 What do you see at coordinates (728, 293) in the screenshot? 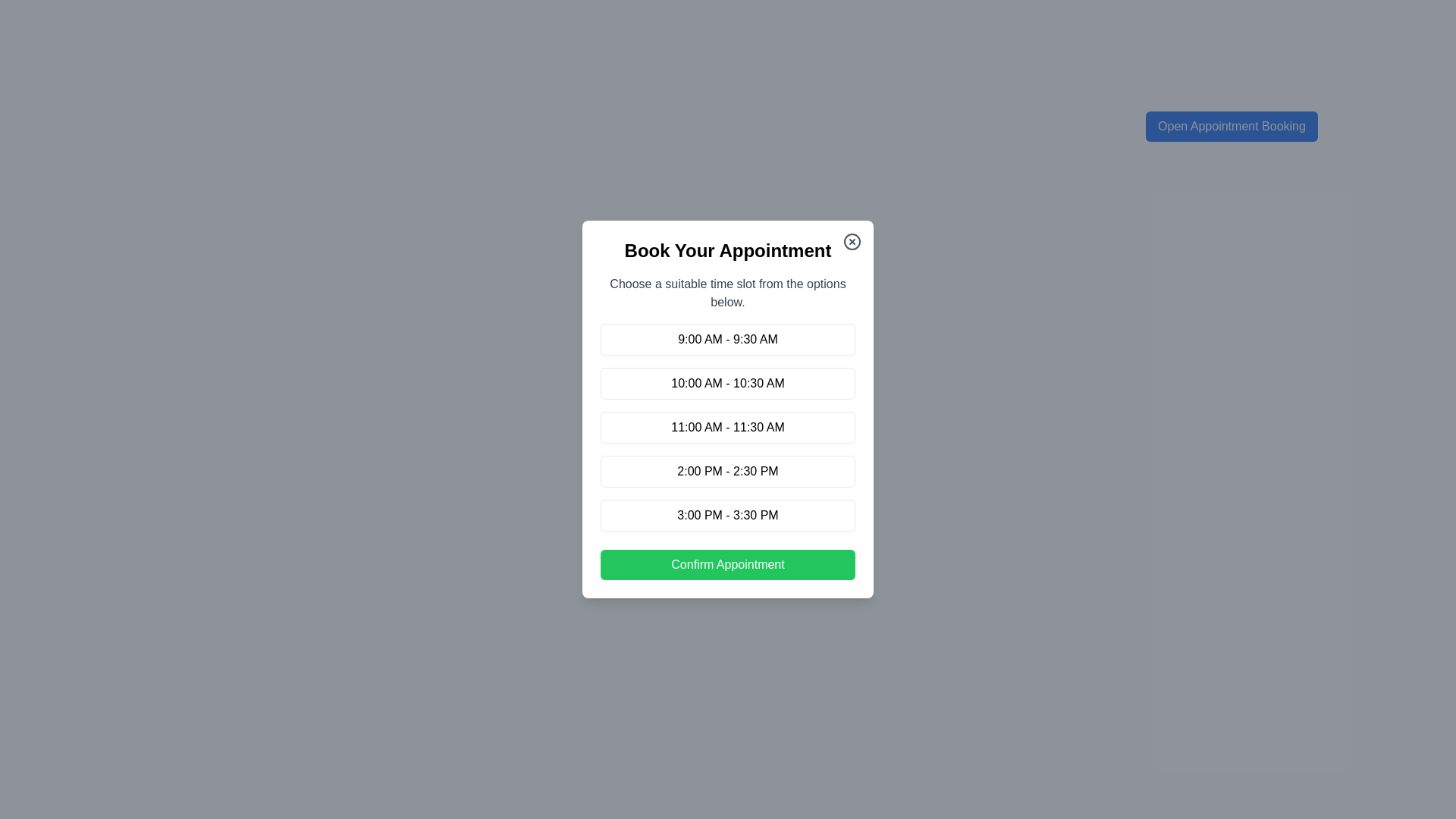
I see `instructional text block that says 'Choose a suitable time slot from the options below.' located below the title 'Book Your Appointment' and above the first time slot option '9:00 AM - 9:30 AM'` at bounding box center [728, 293].